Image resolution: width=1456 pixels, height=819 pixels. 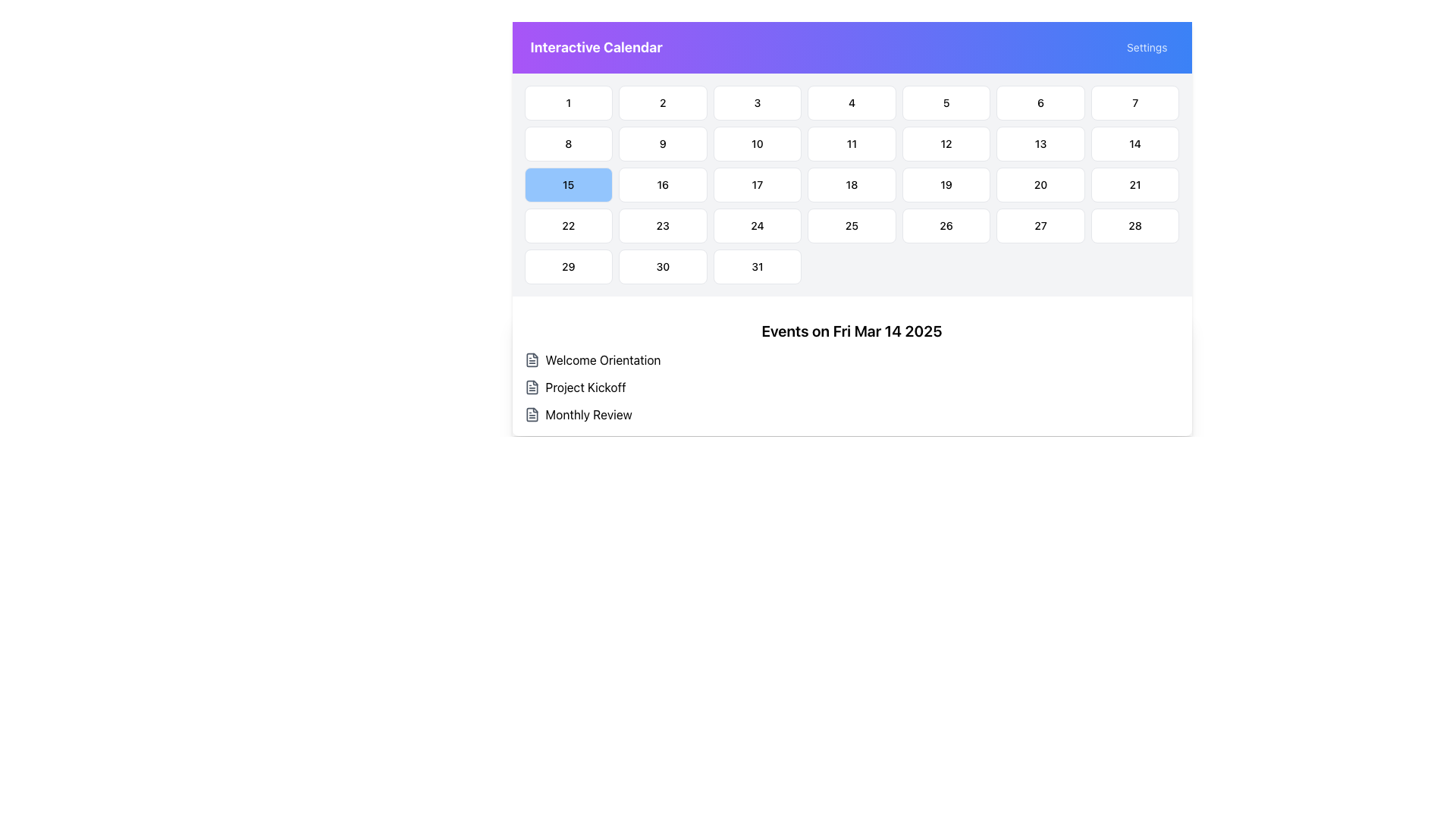 I want to click on the Calendar day cell representing the 20th day in the calendar grid layout, so click(x=1040, y=184).